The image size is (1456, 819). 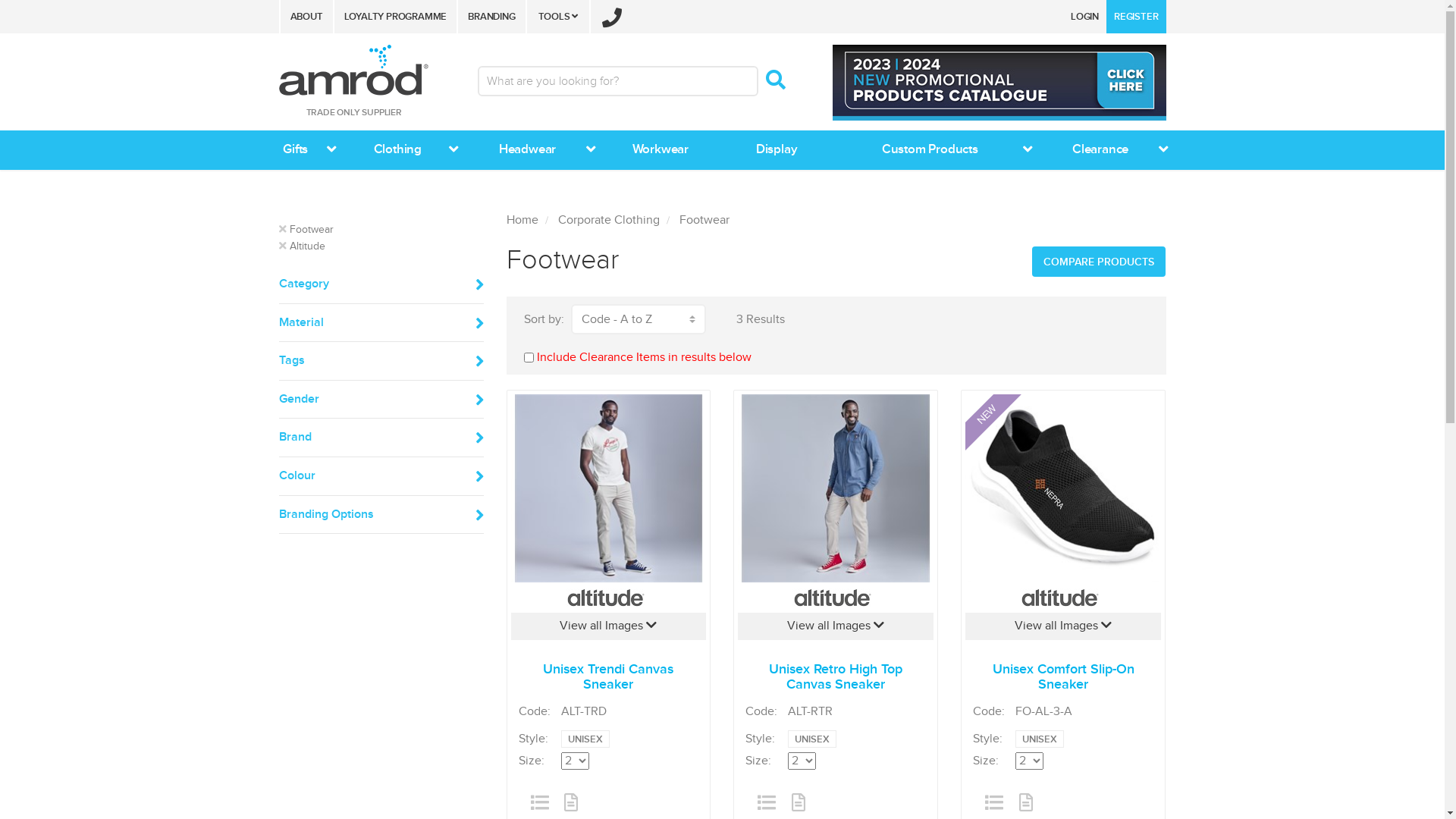 I want to click on 'Unisex Comfort Slip-On Sneaker', so click(x=1062, y=488).